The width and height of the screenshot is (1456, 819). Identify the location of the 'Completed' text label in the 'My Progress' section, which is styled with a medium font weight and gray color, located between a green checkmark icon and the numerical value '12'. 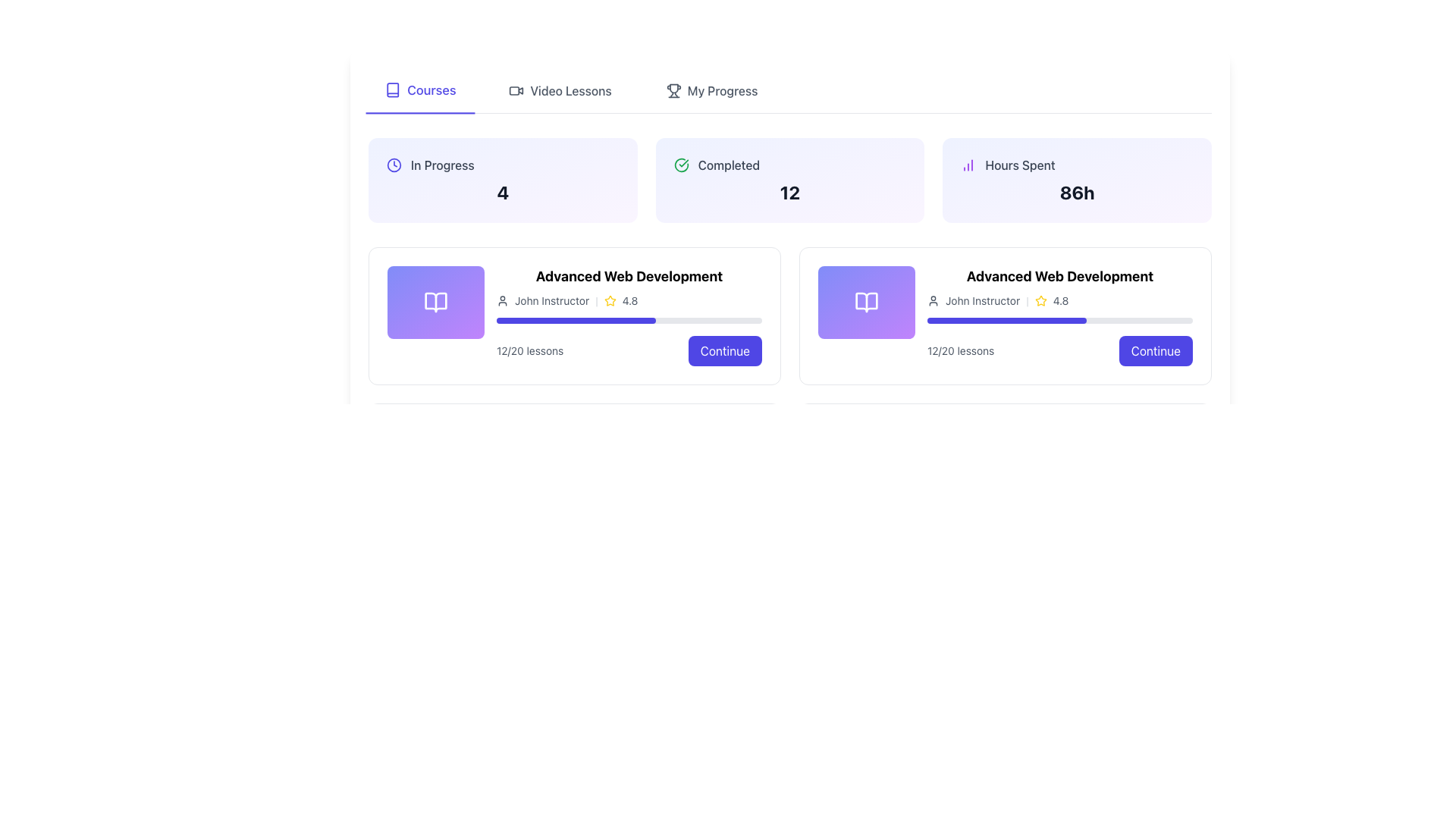
(729, 165).